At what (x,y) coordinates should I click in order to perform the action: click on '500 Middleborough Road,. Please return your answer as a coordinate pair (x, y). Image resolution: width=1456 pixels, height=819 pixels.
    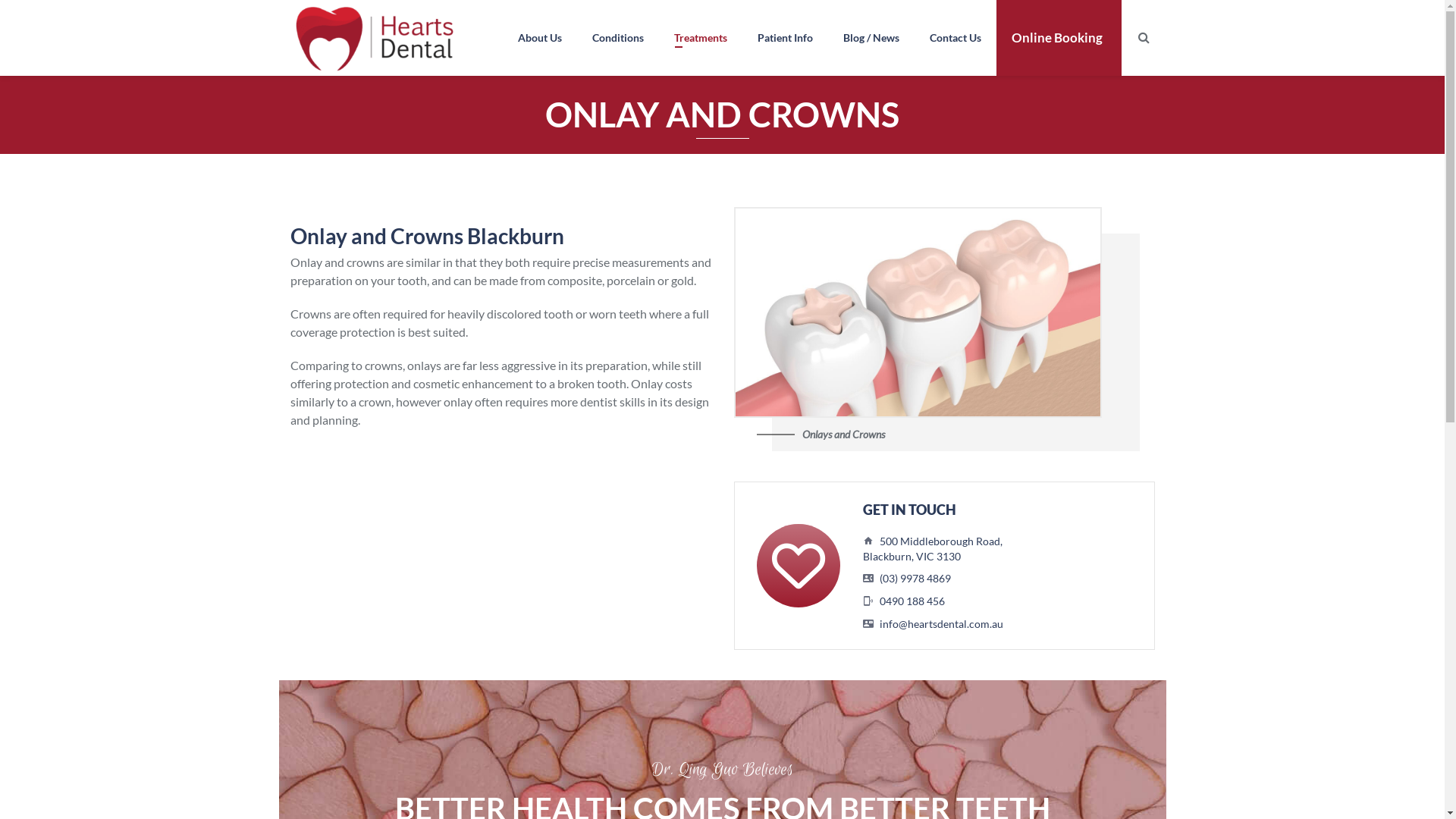
    Looking at the image, I should click on (931, 548).